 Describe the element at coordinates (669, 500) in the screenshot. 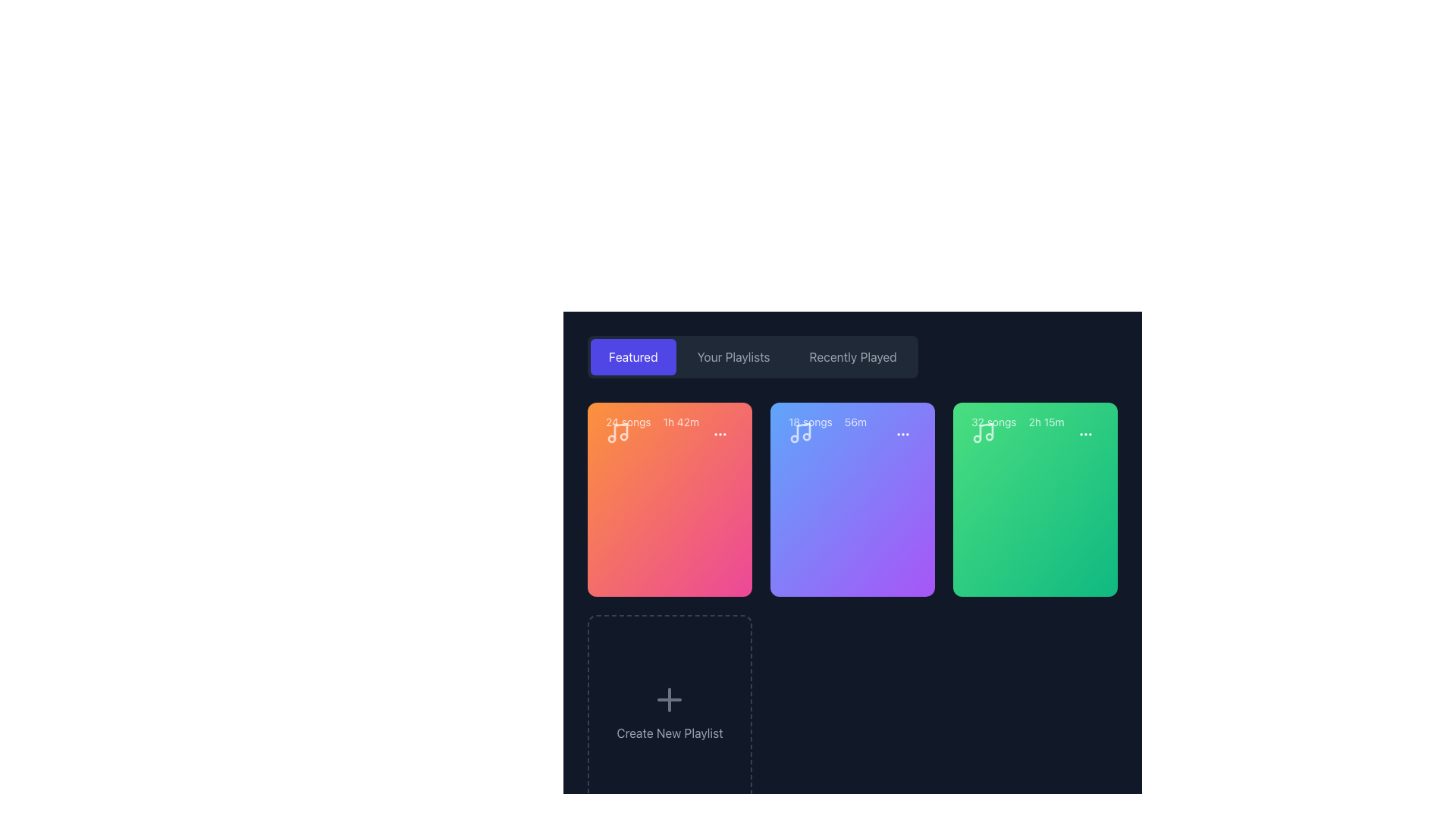

I see `the playlist card located at the top-left side of the grid layout` at that location.